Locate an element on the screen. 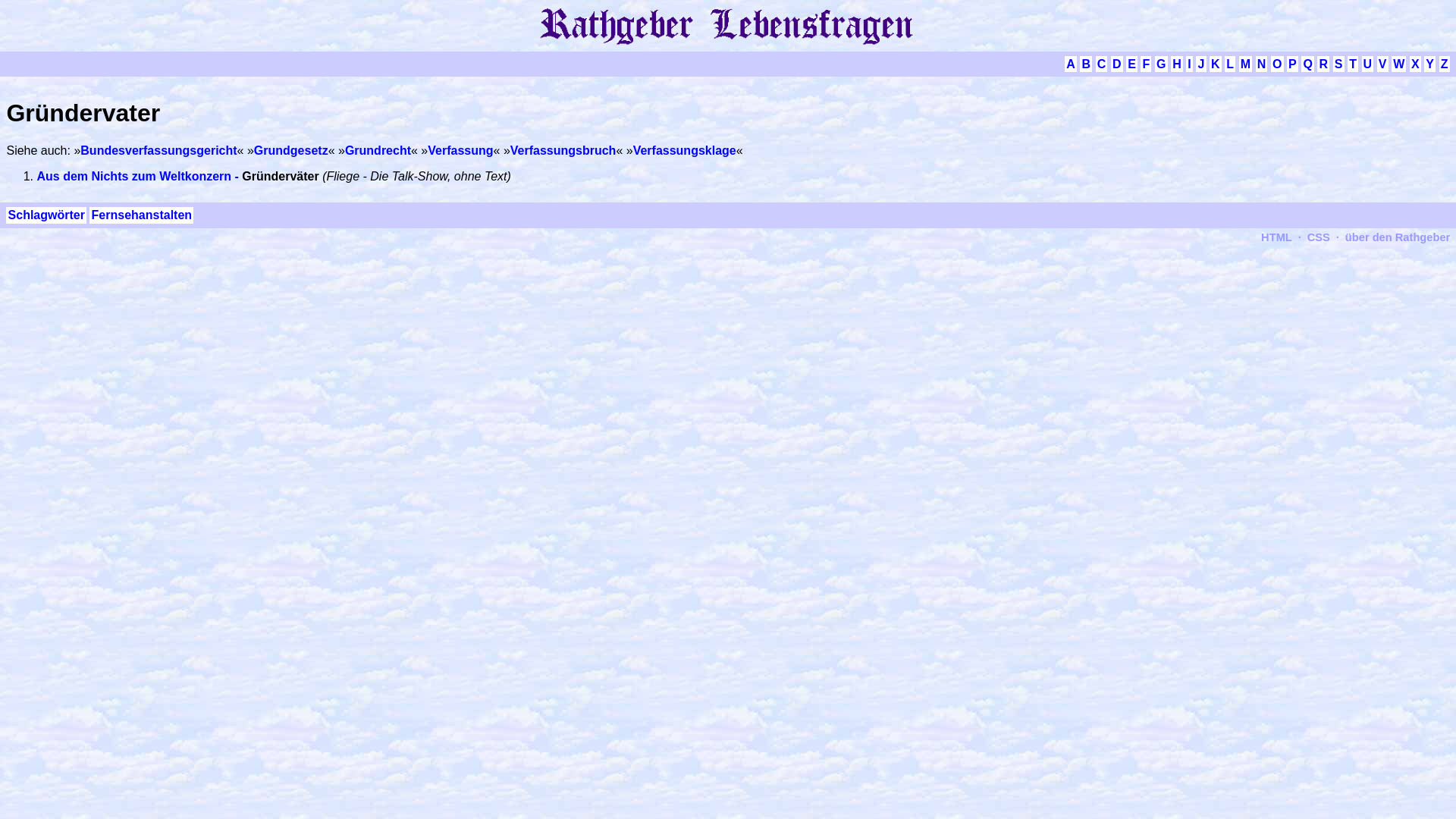 The image size is (1456, 819). 'Y' is located at coordinates (1429, 63).